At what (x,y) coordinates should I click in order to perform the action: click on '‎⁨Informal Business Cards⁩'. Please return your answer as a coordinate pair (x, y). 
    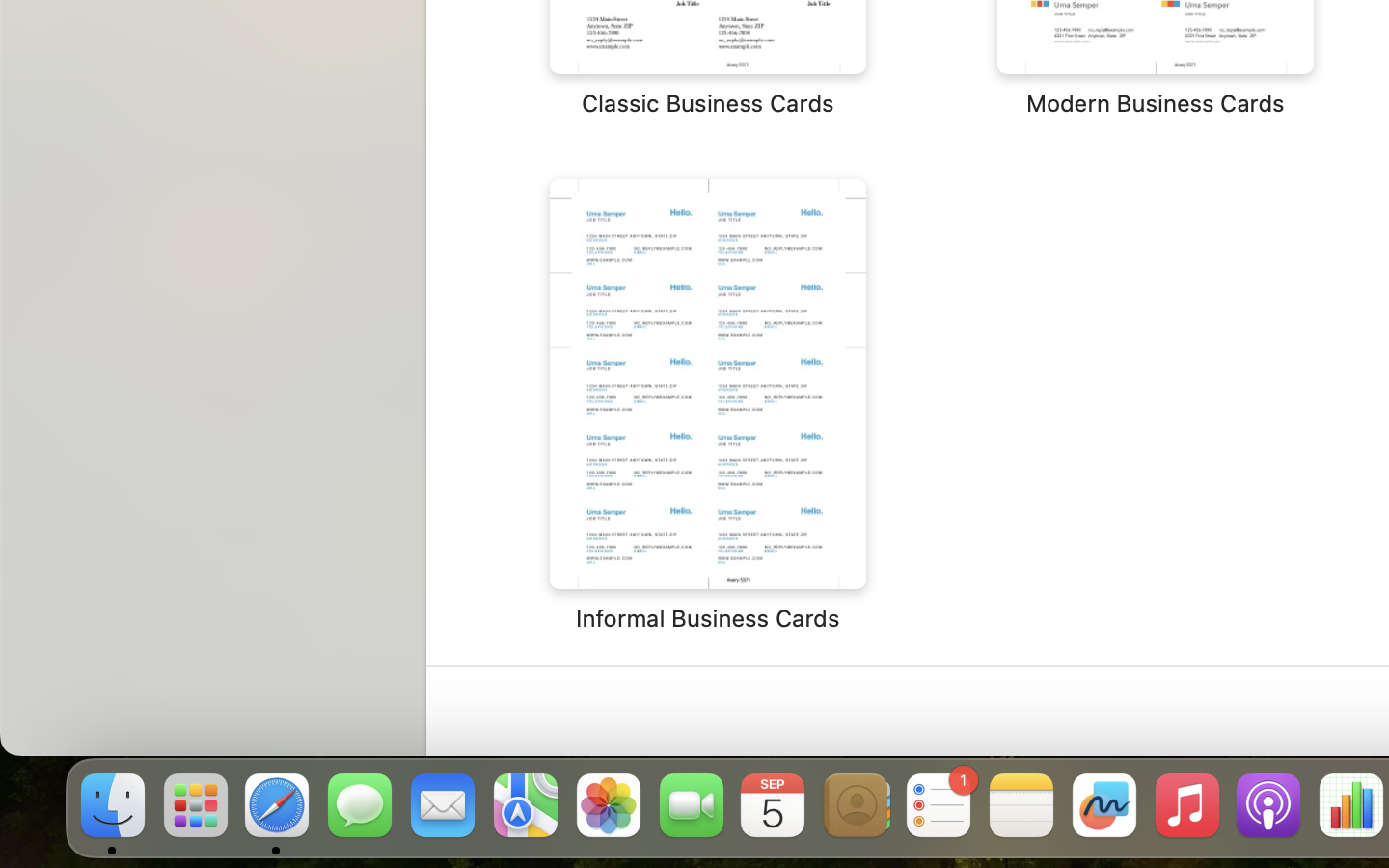
    Looking at the image, I should click on (706, 406).